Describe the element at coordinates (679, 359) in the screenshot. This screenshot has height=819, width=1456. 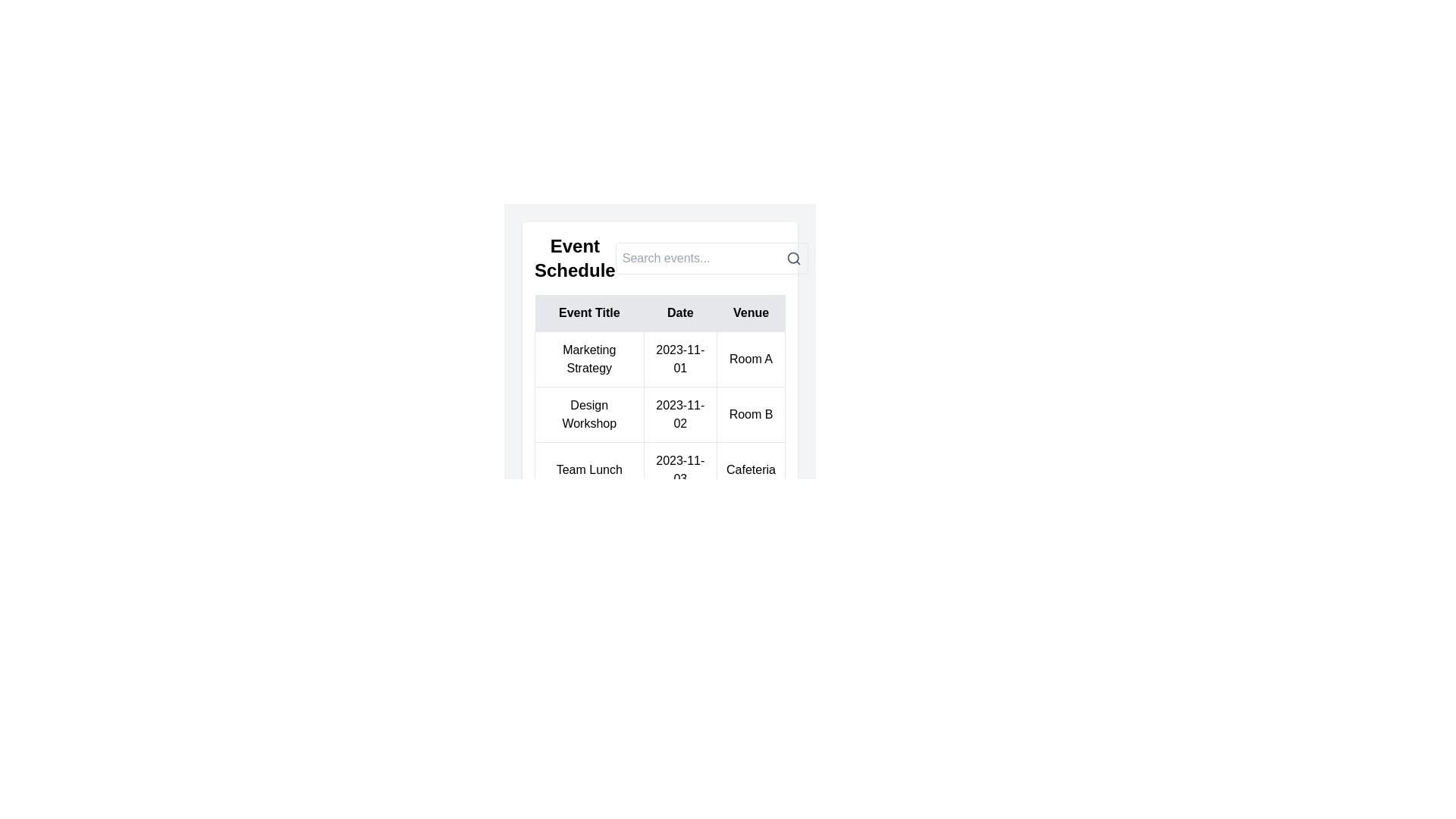
I see `the informational text displaying the date associated with the event 'Marketing Strategy', which is positioned centrally between the event title and the venue` at that location.